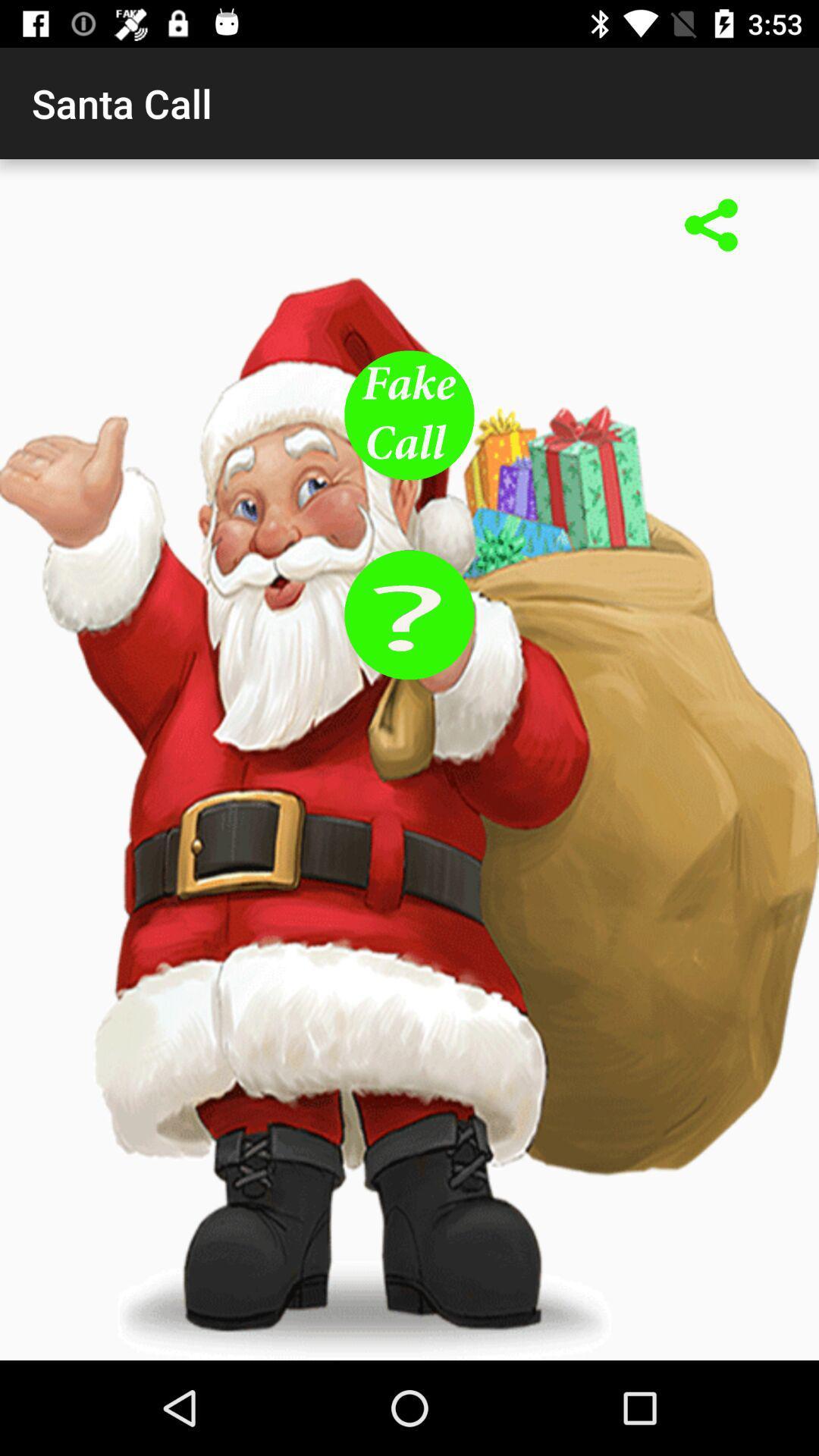 The height and width of the screenshot is (1456, 819). Describe the element at coordinates (409, 415) in the screenshot. I see `request fake call` at that location.